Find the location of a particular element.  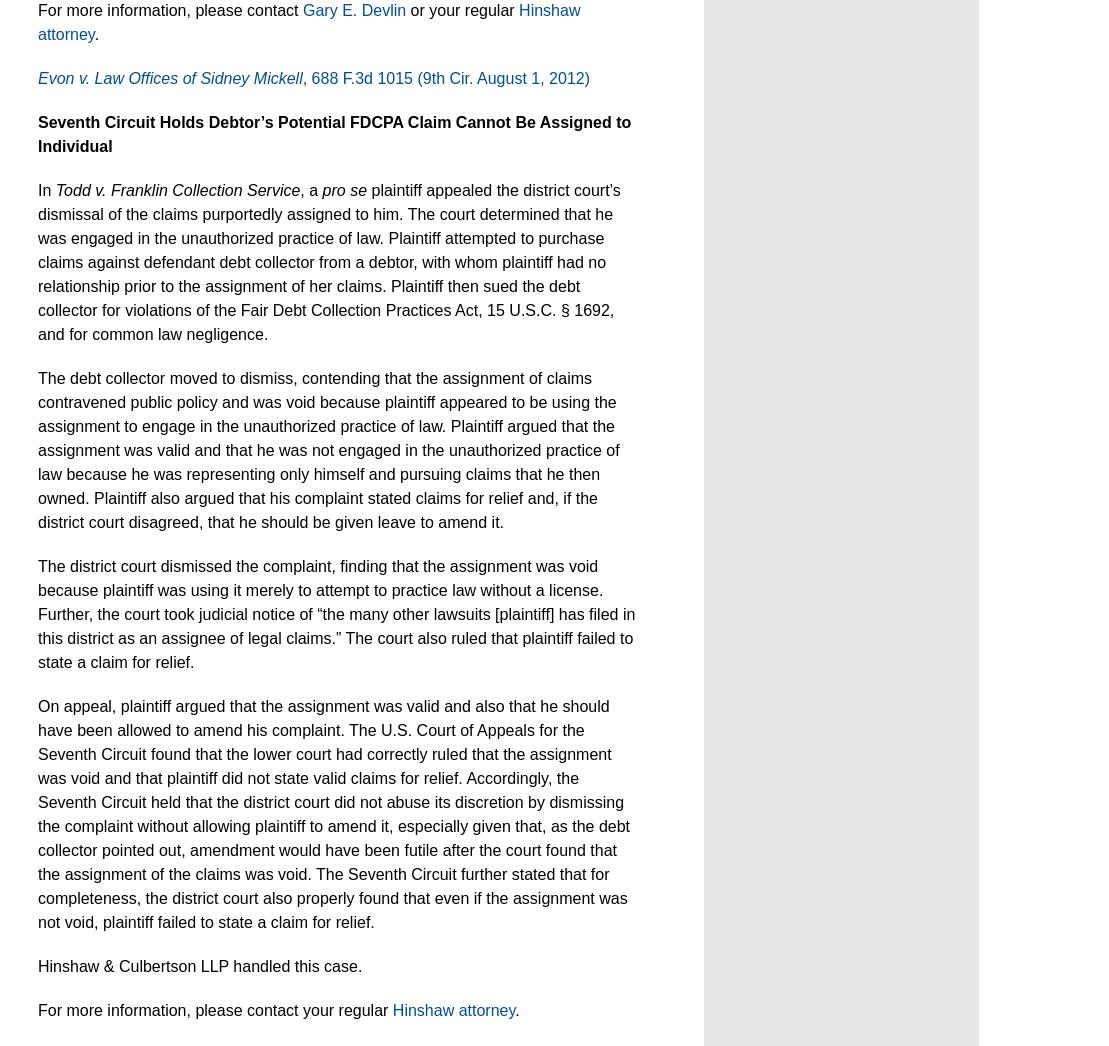

'The district court dismissed the complaint, finding that the assignment was void because plaintiff was using it merely to attempt to practice law without a license. Further, the court took judicial notice of “the many other lawsuits [plaintiff] has filed in this district as an assignee of legal claims.” The court also ruled that plaintiff failed to state a claim for relief.' is located at coordinates (38, 614).